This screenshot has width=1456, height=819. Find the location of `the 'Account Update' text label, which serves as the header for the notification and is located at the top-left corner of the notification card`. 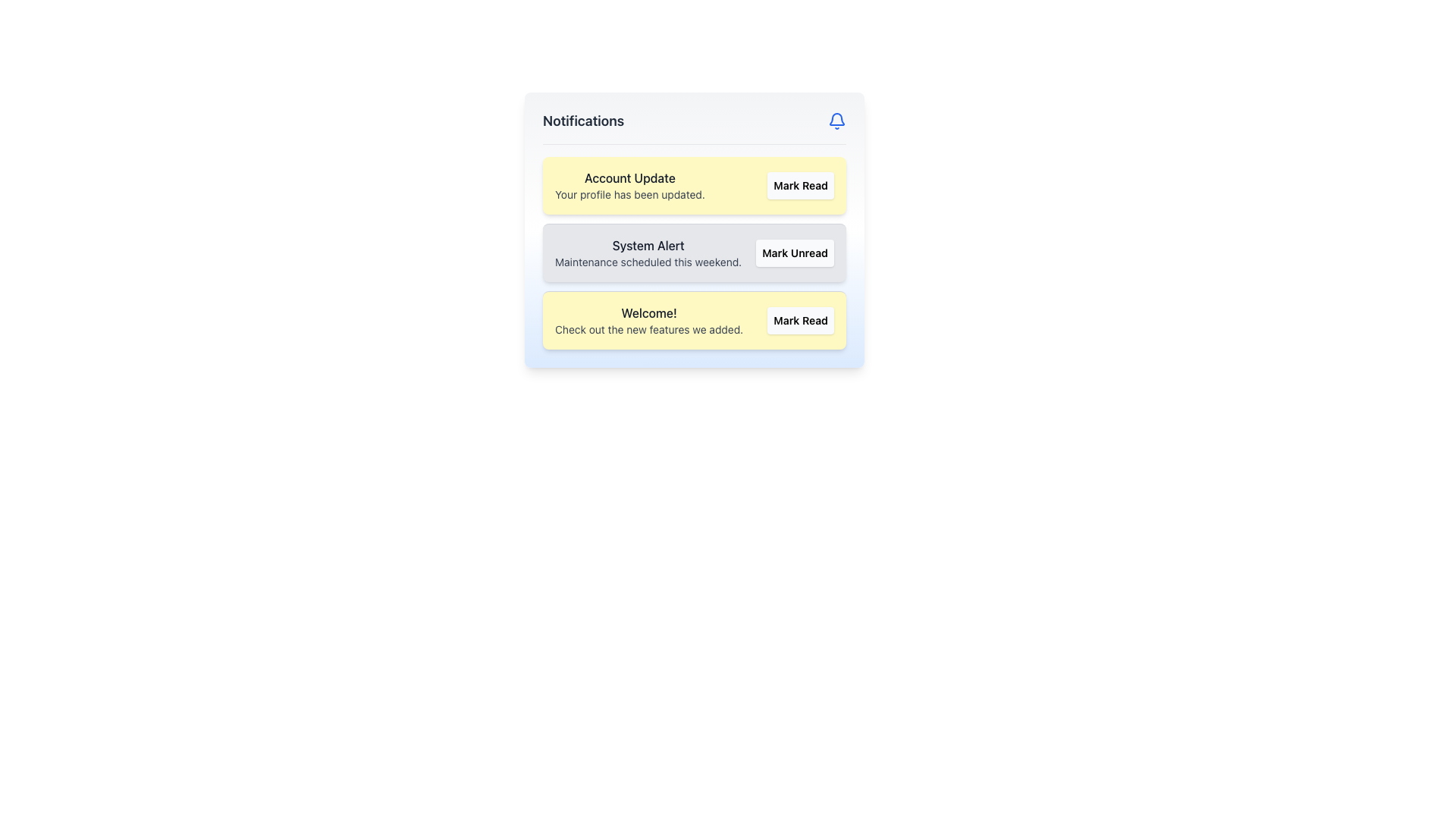

the 'Account Update' text label, which serves as the header for the notification and is located at the top-left corner of the notification card is located at coordinates (629, 177).